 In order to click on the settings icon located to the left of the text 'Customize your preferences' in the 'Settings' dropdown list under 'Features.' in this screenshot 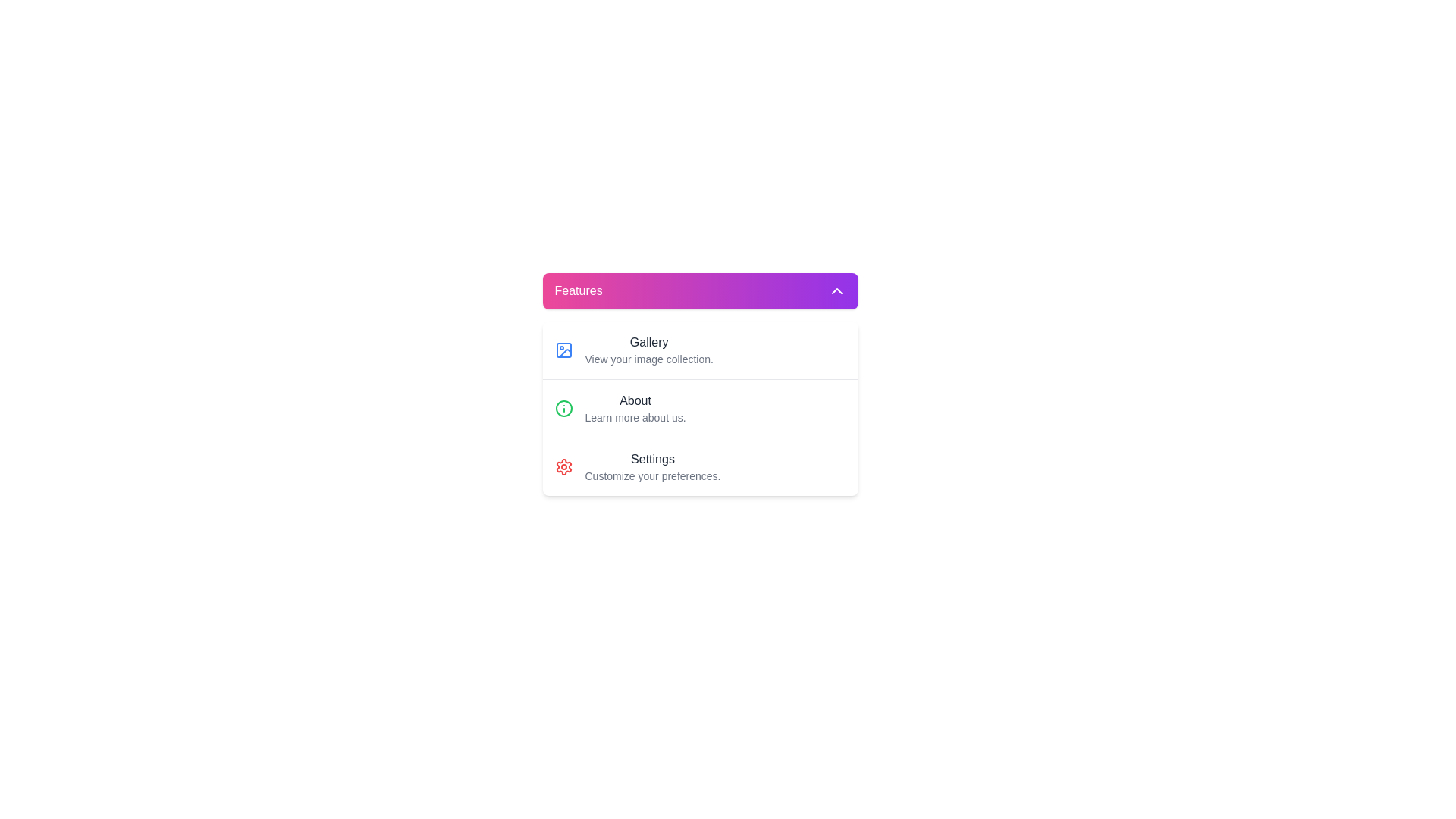, I will do `click(563, 466)`.